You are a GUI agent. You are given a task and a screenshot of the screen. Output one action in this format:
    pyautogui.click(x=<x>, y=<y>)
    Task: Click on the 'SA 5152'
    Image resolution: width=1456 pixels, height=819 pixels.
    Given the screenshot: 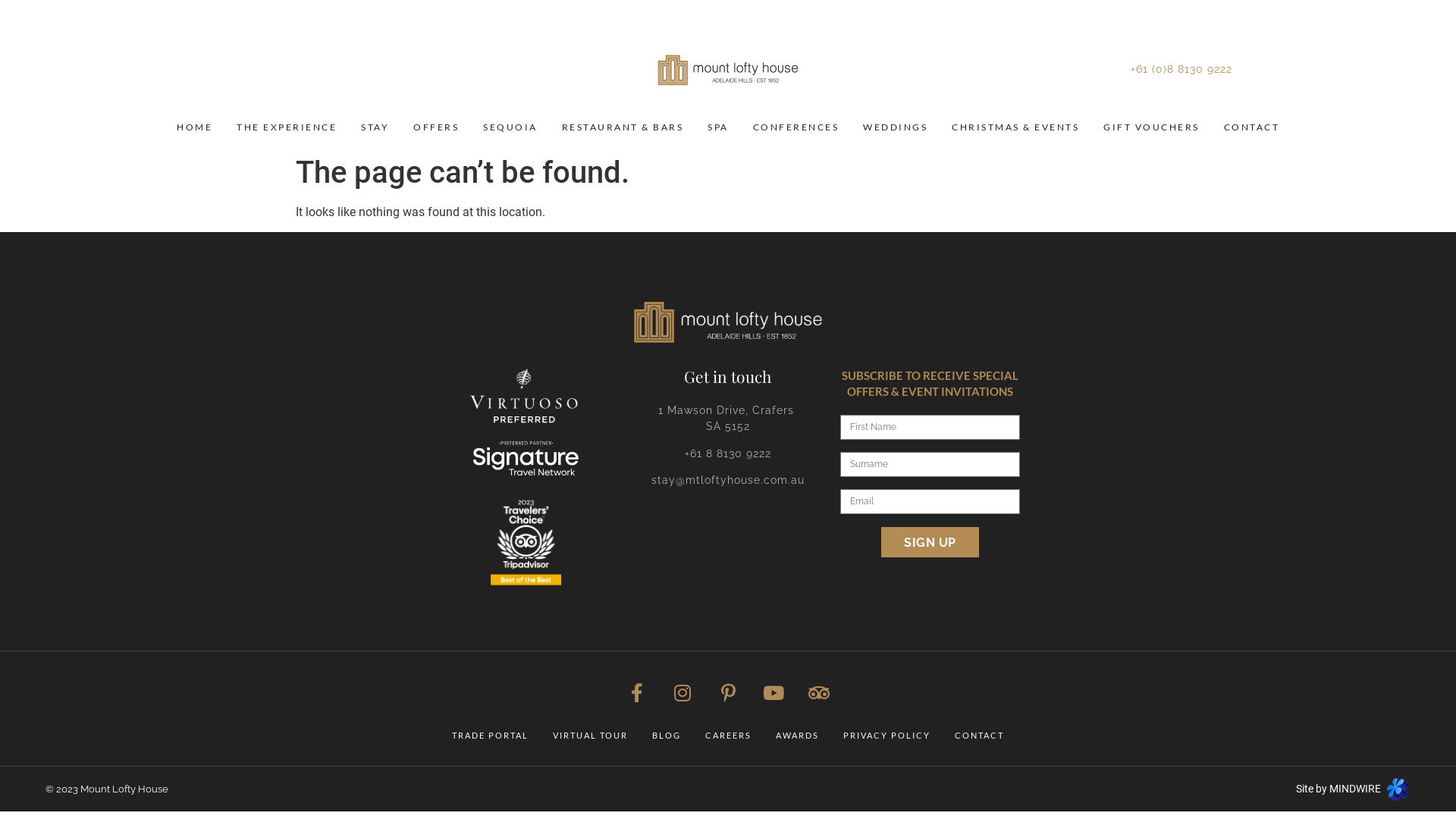 What is the action you would take?
    pyautogui.click(x=728, y=426)
    